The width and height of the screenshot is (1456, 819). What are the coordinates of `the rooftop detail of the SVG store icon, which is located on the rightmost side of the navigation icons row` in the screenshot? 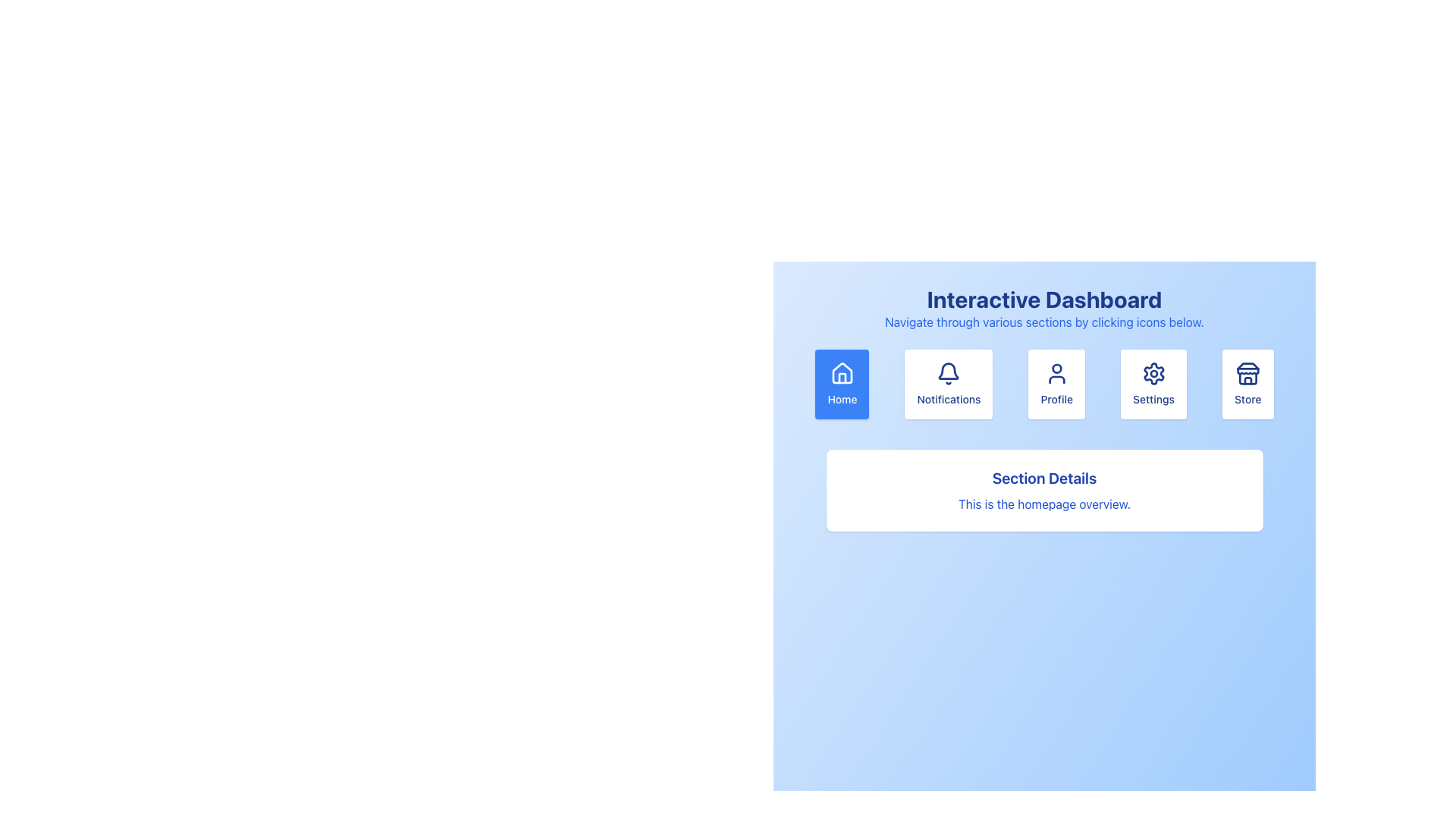 It's located at (1247, 366).